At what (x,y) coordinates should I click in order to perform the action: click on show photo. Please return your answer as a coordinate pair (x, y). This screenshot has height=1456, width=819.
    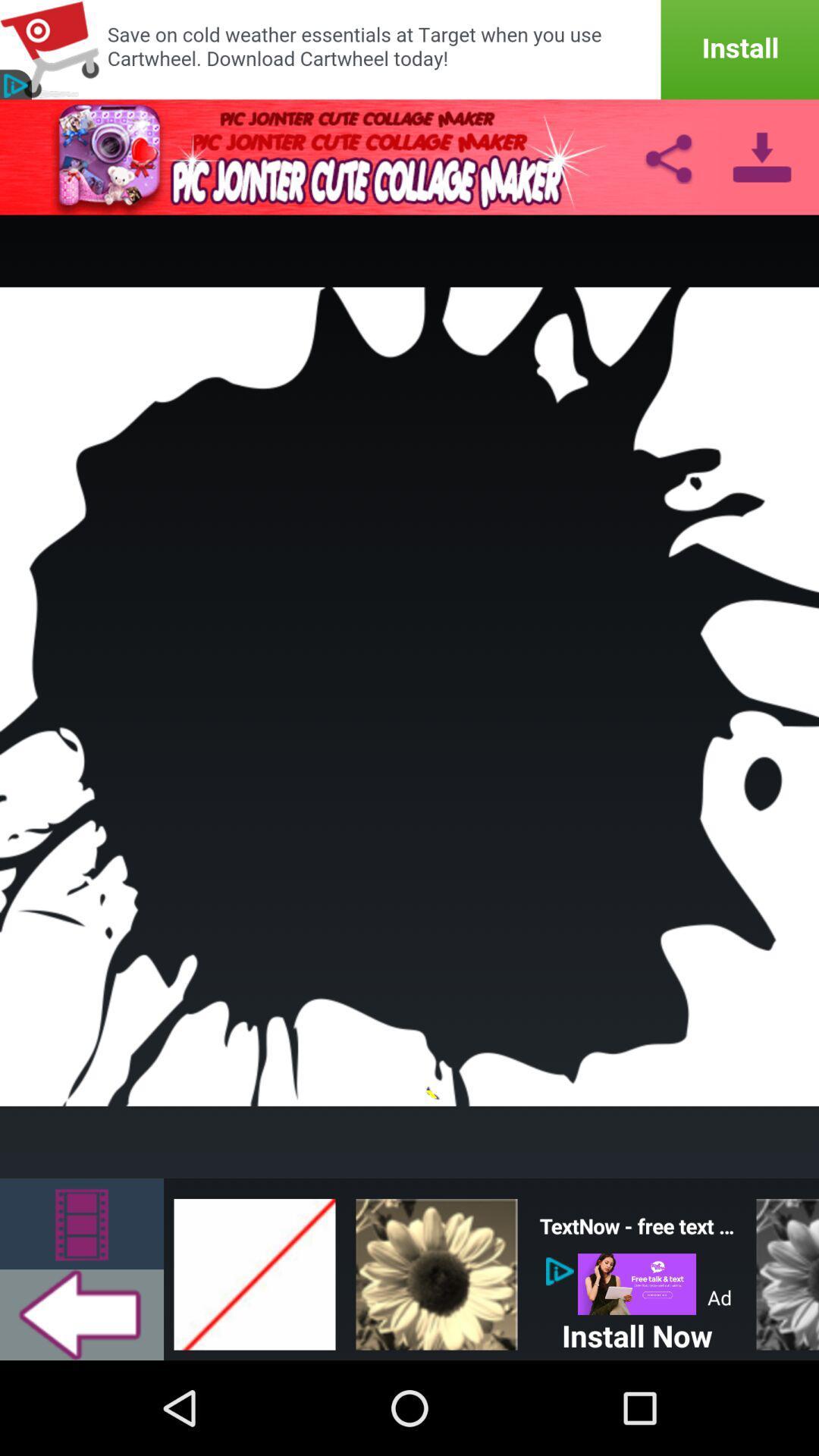
    Looking at the image, I should click on (436, 1269).